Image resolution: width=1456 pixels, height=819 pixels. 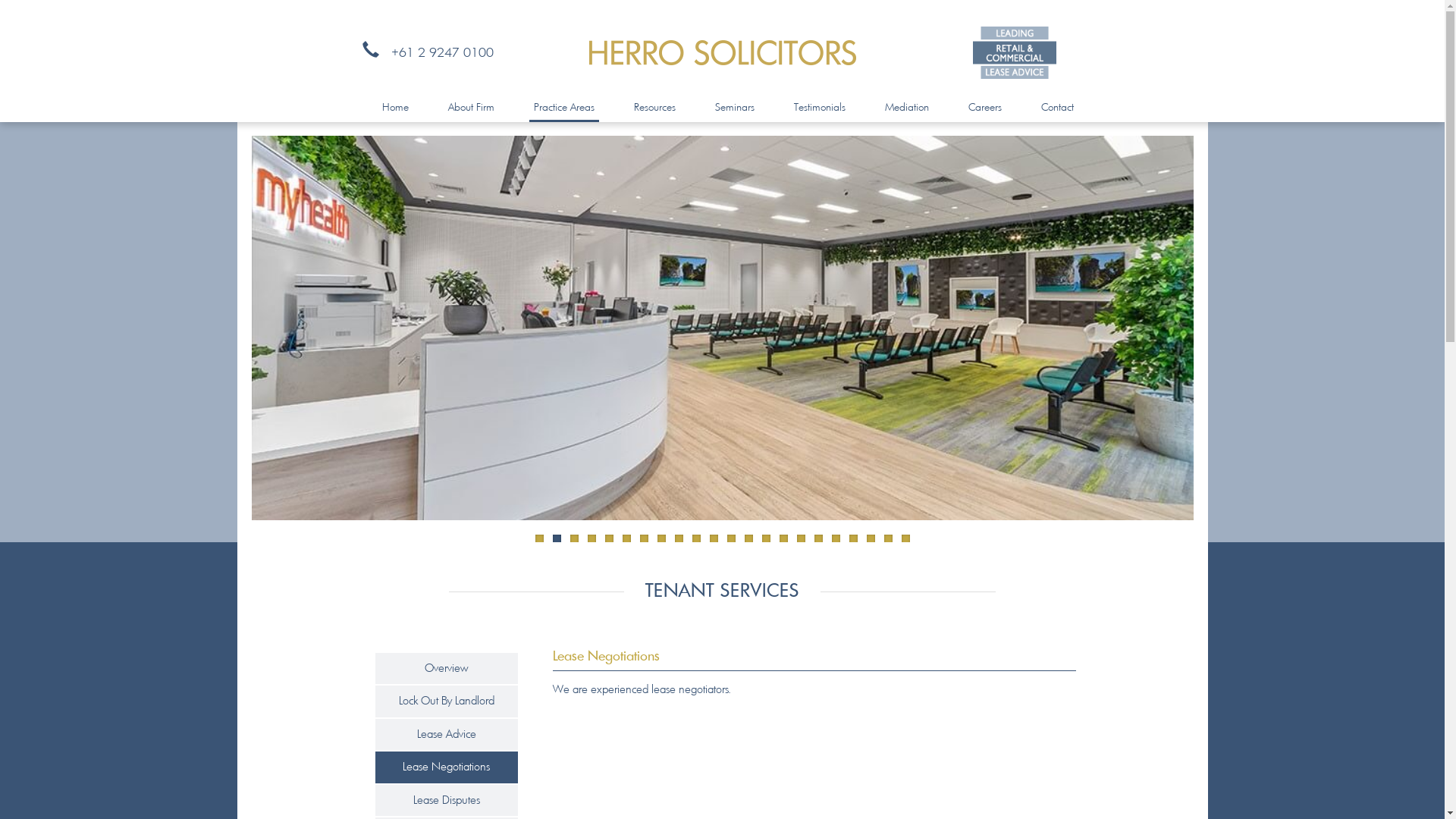 What do you see at coordinates (563, 107) in the screenshot?
I see `'Practice Areas'` at bounding box center [563, 107].